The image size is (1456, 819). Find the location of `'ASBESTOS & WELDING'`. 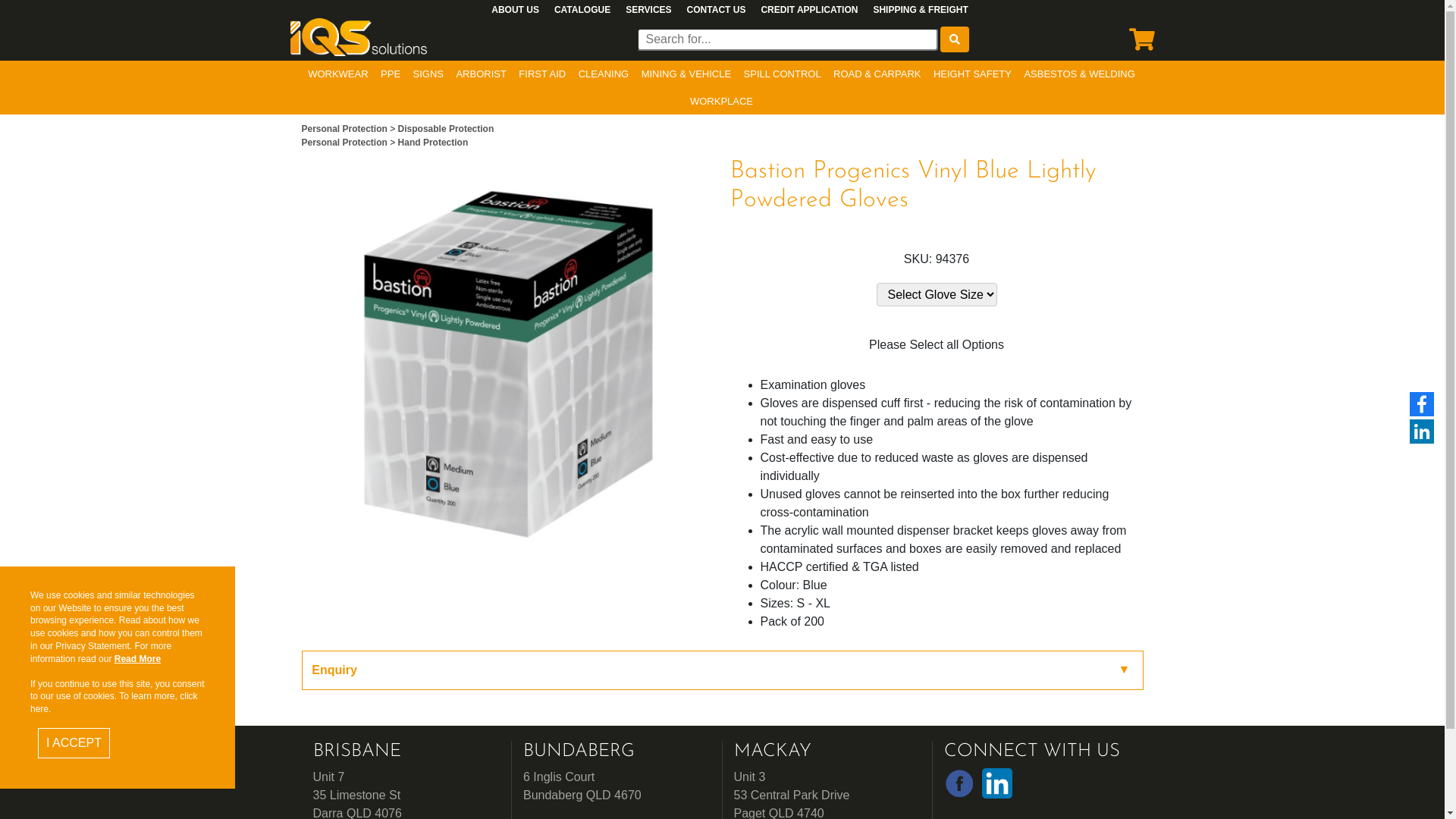

'ASBESTOS & WELDING' is located at coordinates (1078, 74).